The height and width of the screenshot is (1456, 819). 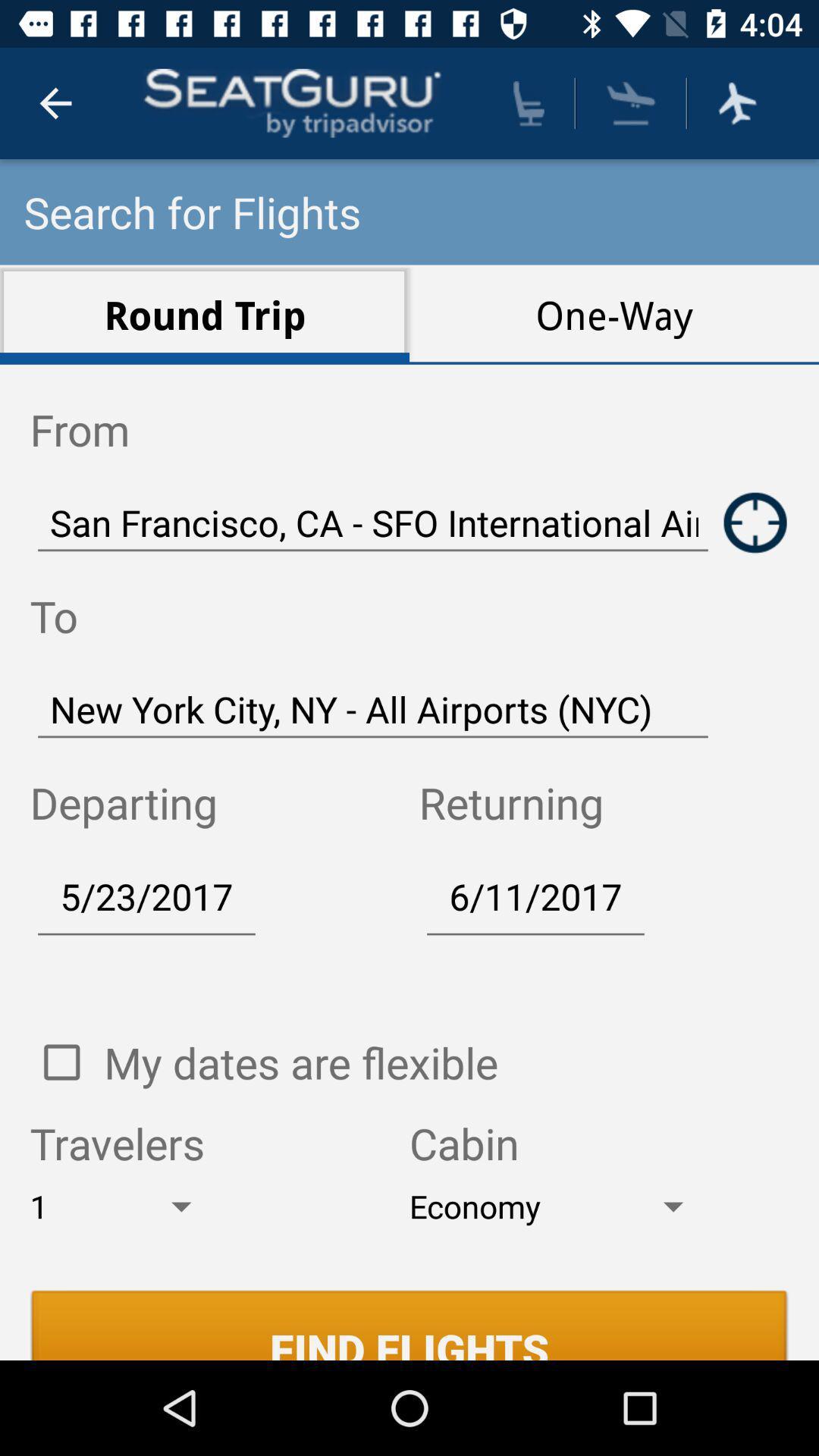 I want to click on 5/23/2017, so click(x=146, y=896).